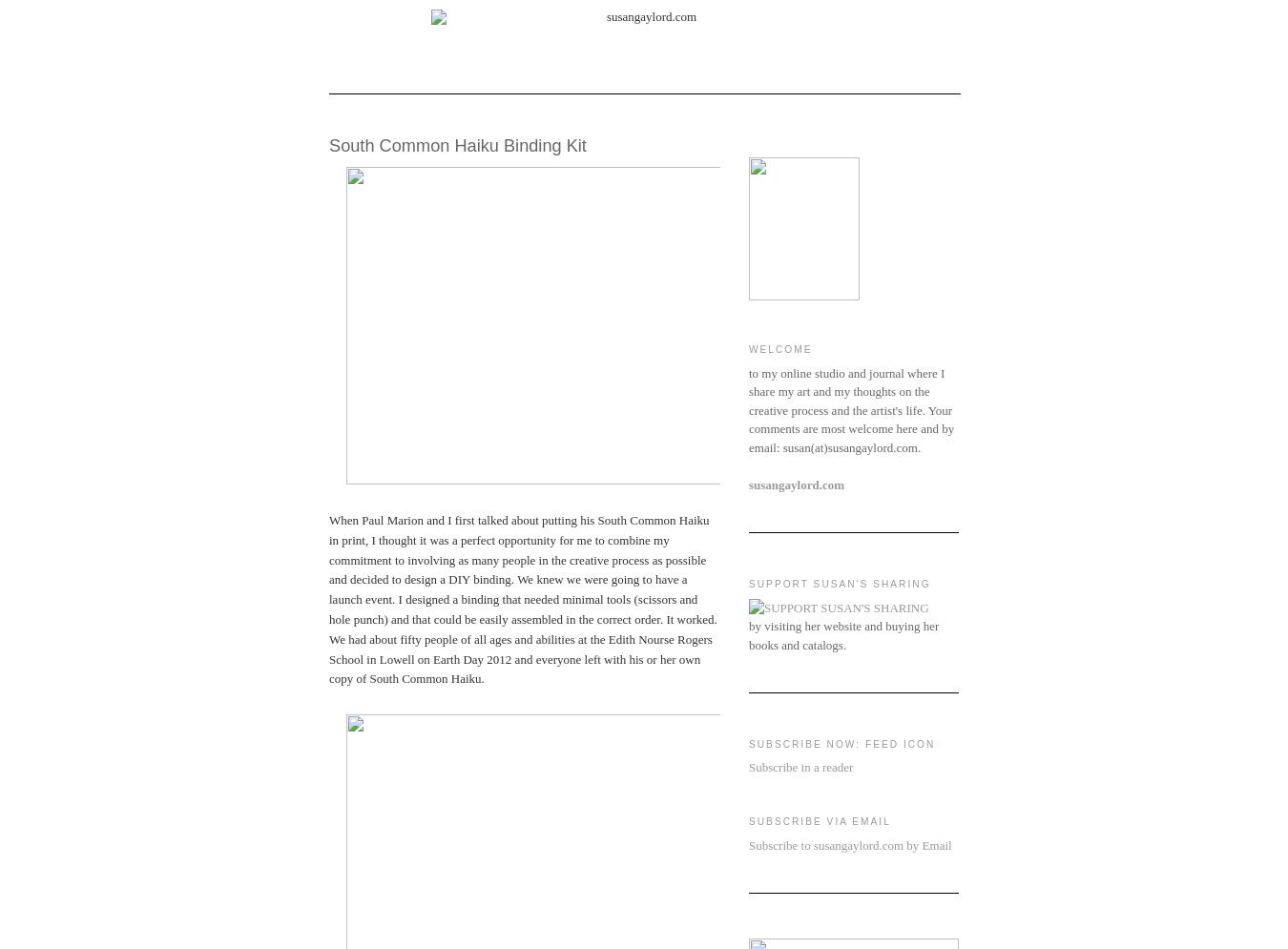 This screenshot has width=1288, height=949. Describe the element at coordinates (840, 582) in the screenshot. I see `'SUPPORT SUSAN'S SHARING'` at that location.